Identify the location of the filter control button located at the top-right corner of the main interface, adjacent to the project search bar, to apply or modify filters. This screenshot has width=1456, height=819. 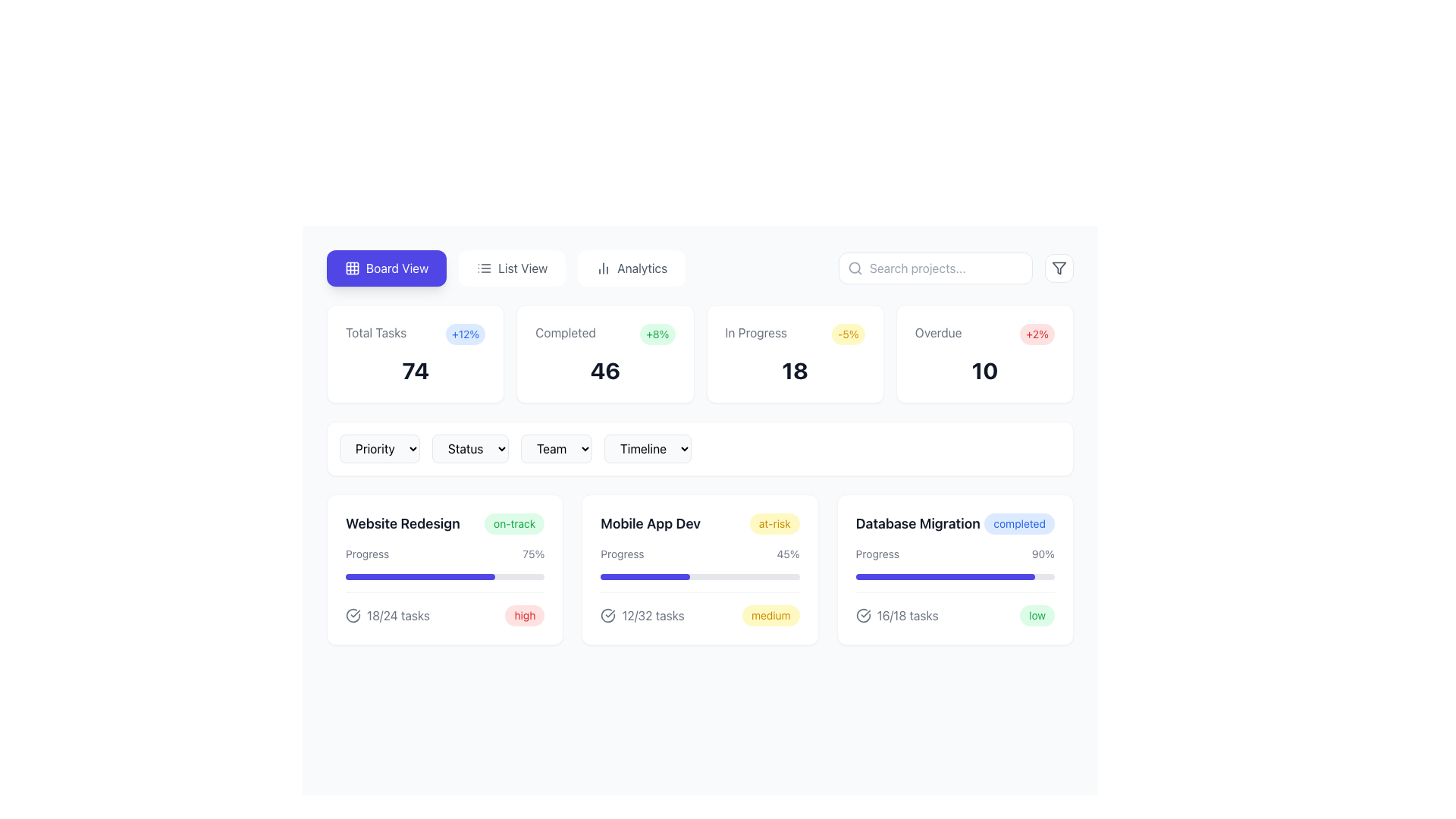
(1058, 268).